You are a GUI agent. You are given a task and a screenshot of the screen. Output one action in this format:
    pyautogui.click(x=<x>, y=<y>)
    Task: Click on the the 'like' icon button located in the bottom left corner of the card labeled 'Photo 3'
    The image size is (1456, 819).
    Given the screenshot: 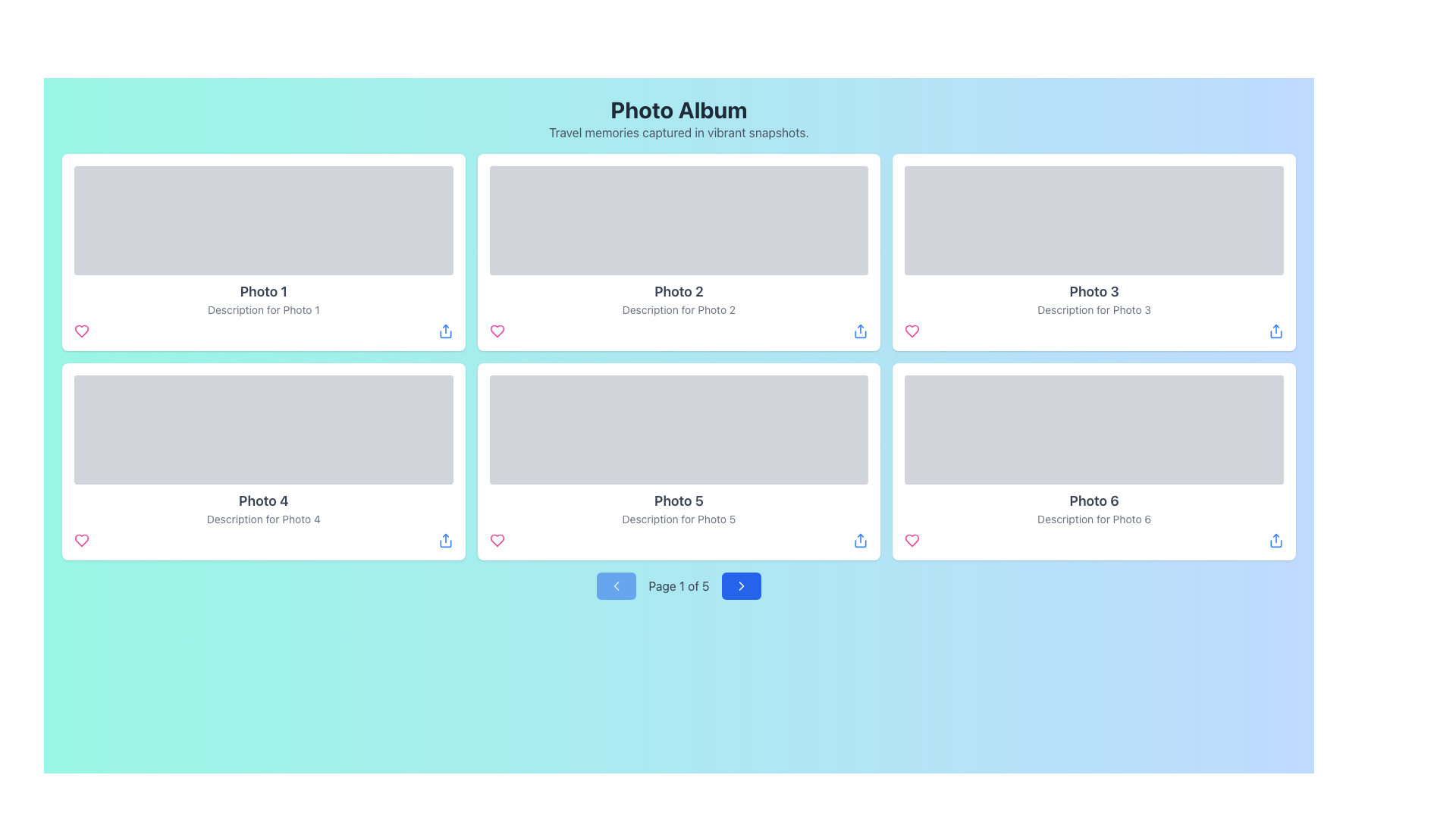 What is the action you would take?
    pyautogui.click(x=912, y=330)
    